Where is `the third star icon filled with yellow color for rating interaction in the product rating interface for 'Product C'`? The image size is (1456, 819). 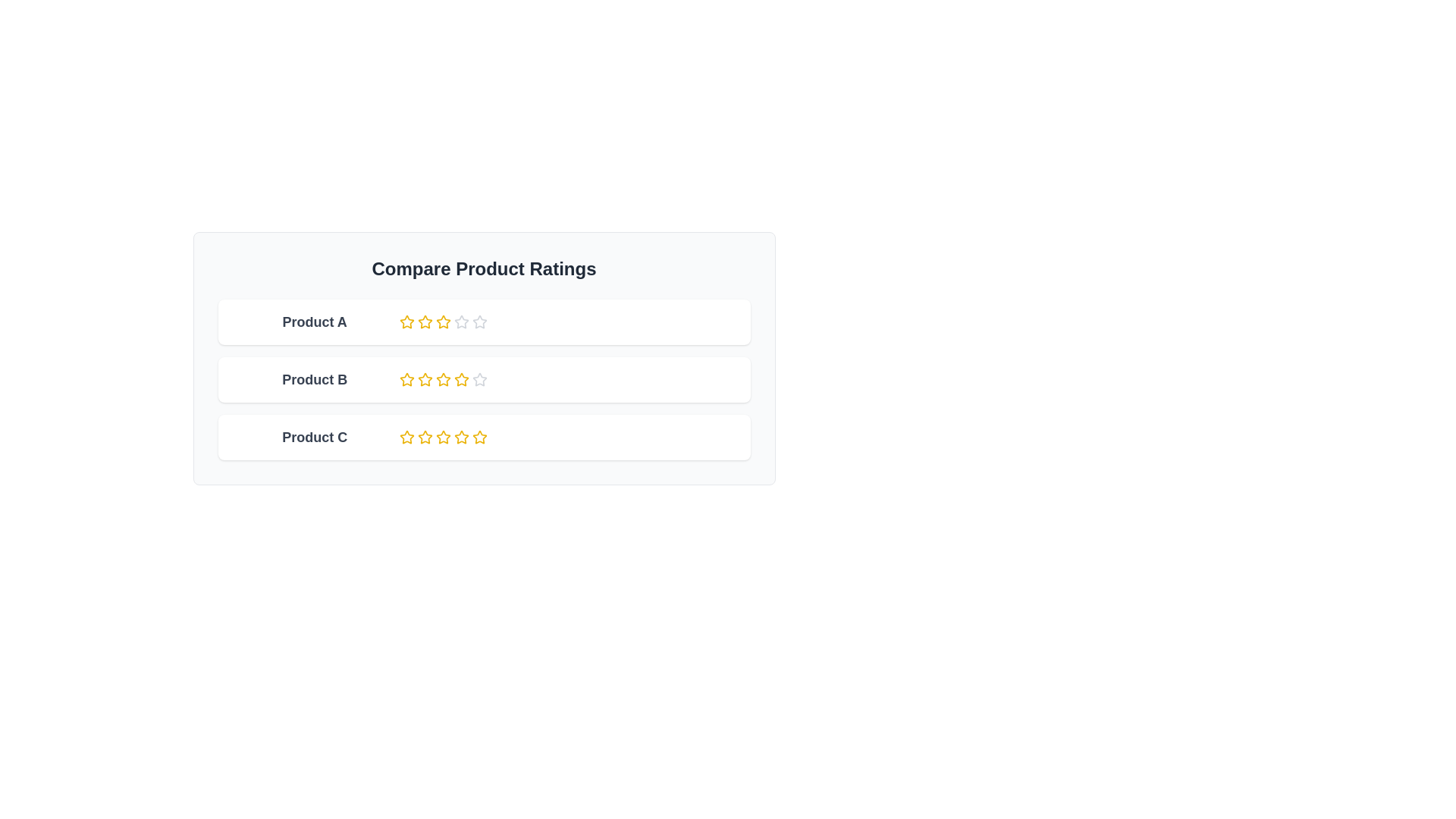
the third star icon filled with yellow color for rating interaction in the product rating interface for 'Product C' is located at coordinates (442, 437).